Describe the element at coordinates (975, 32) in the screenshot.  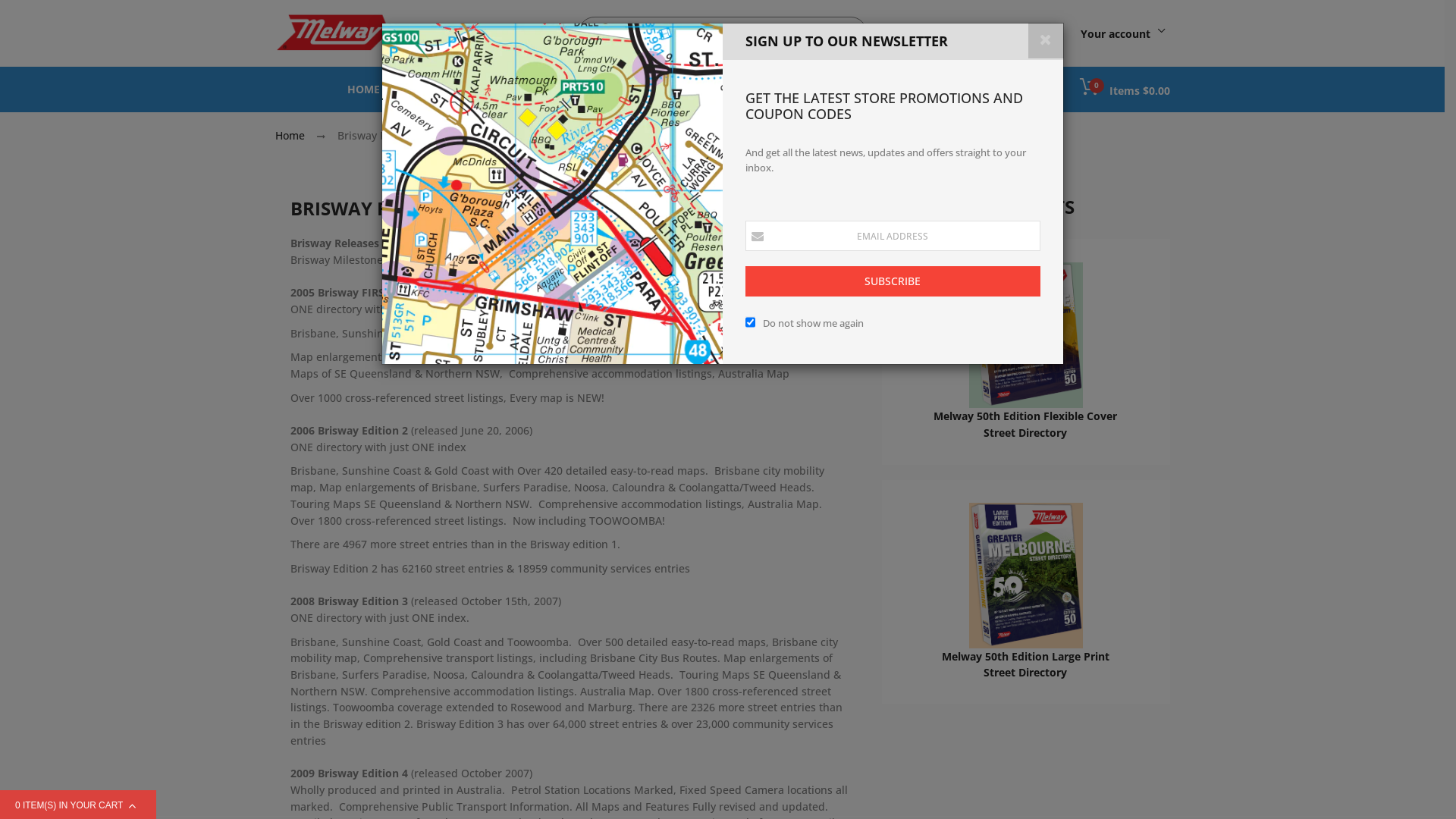
I see `'1300 635 929'` at that location.